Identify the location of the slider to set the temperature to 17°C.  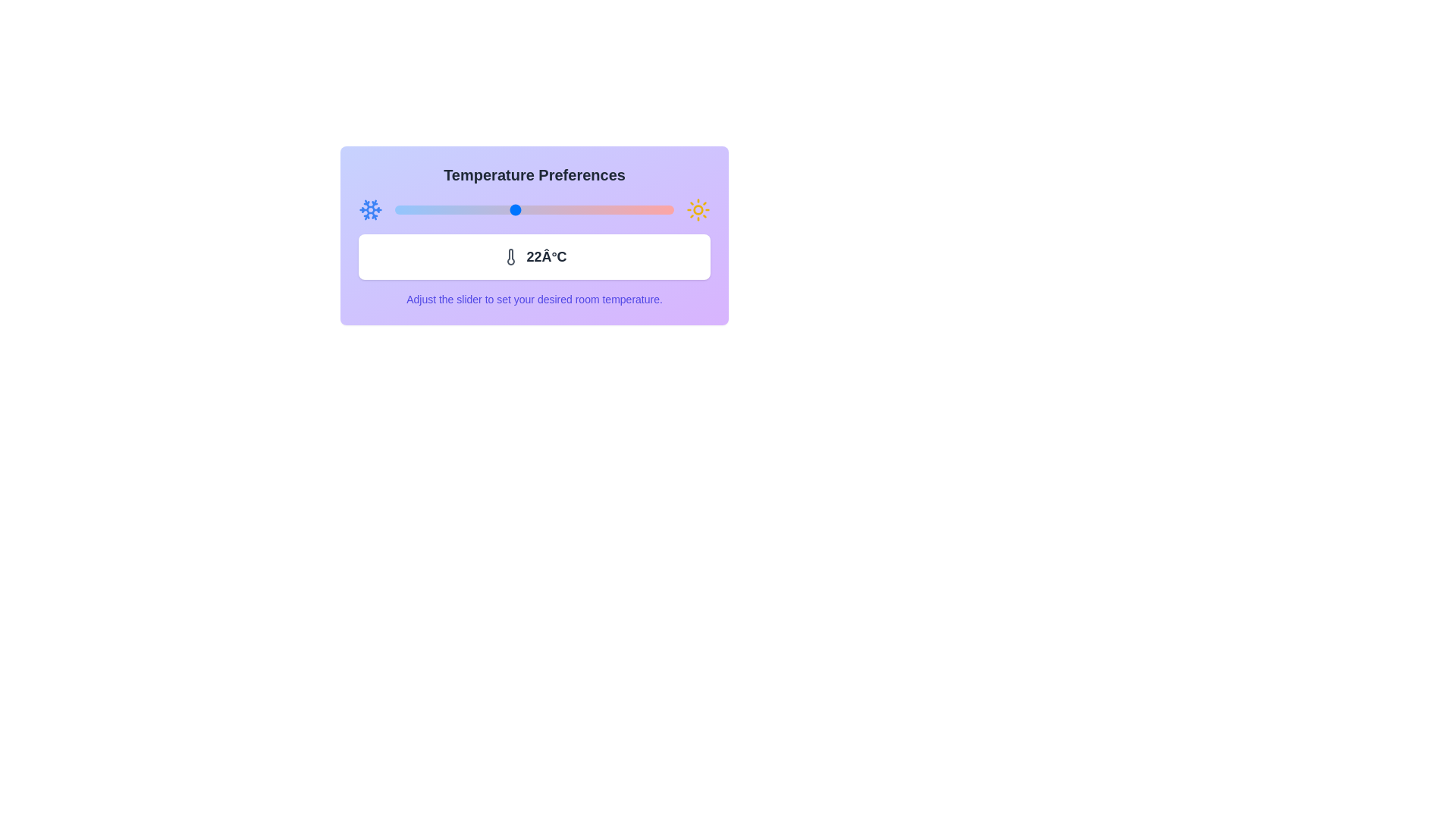
(415, 210).